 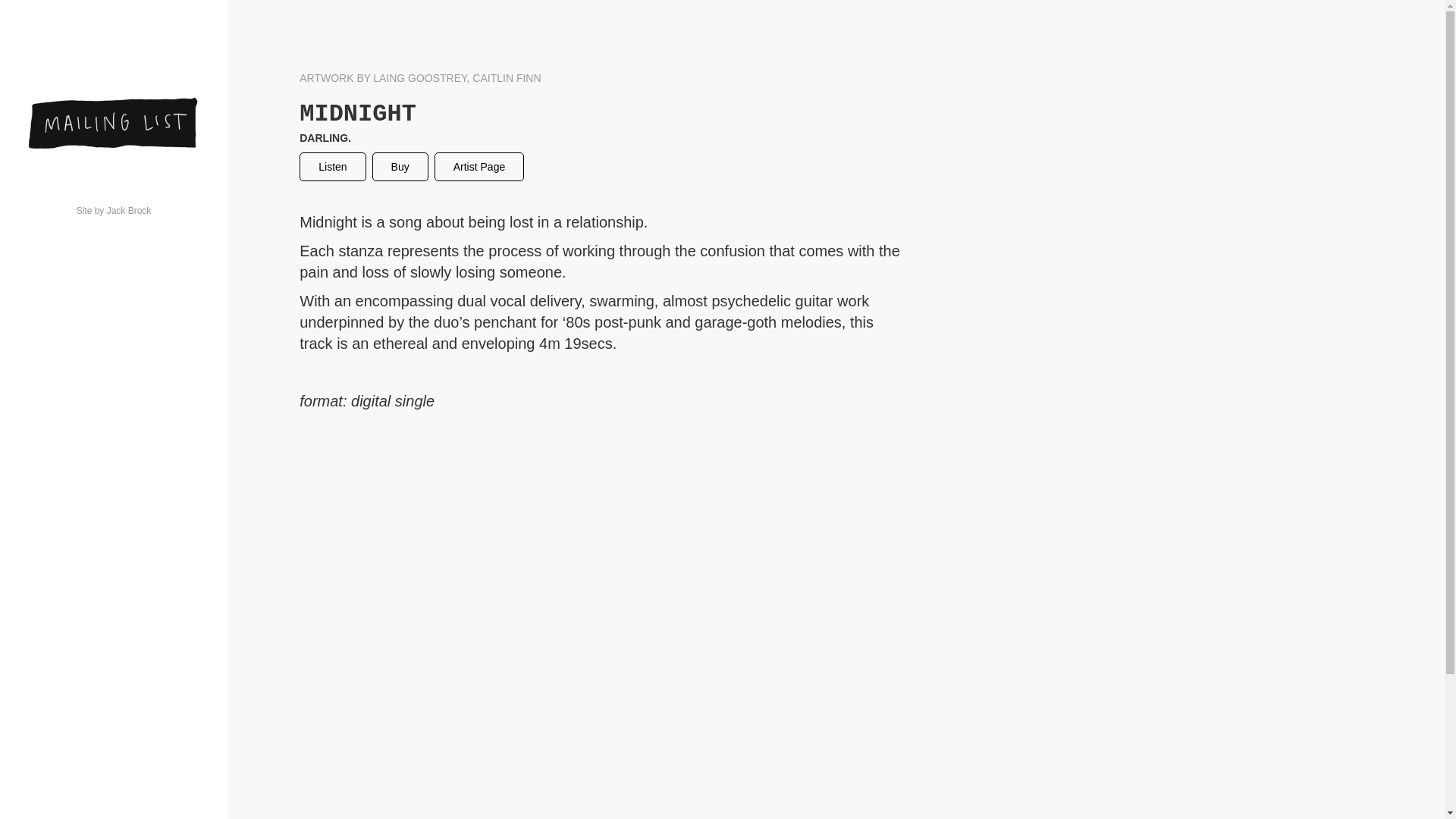 What do you see at coordinates (331, 166) in the screenshot?
I see `'Listen'` at bounding box center [331, 166].